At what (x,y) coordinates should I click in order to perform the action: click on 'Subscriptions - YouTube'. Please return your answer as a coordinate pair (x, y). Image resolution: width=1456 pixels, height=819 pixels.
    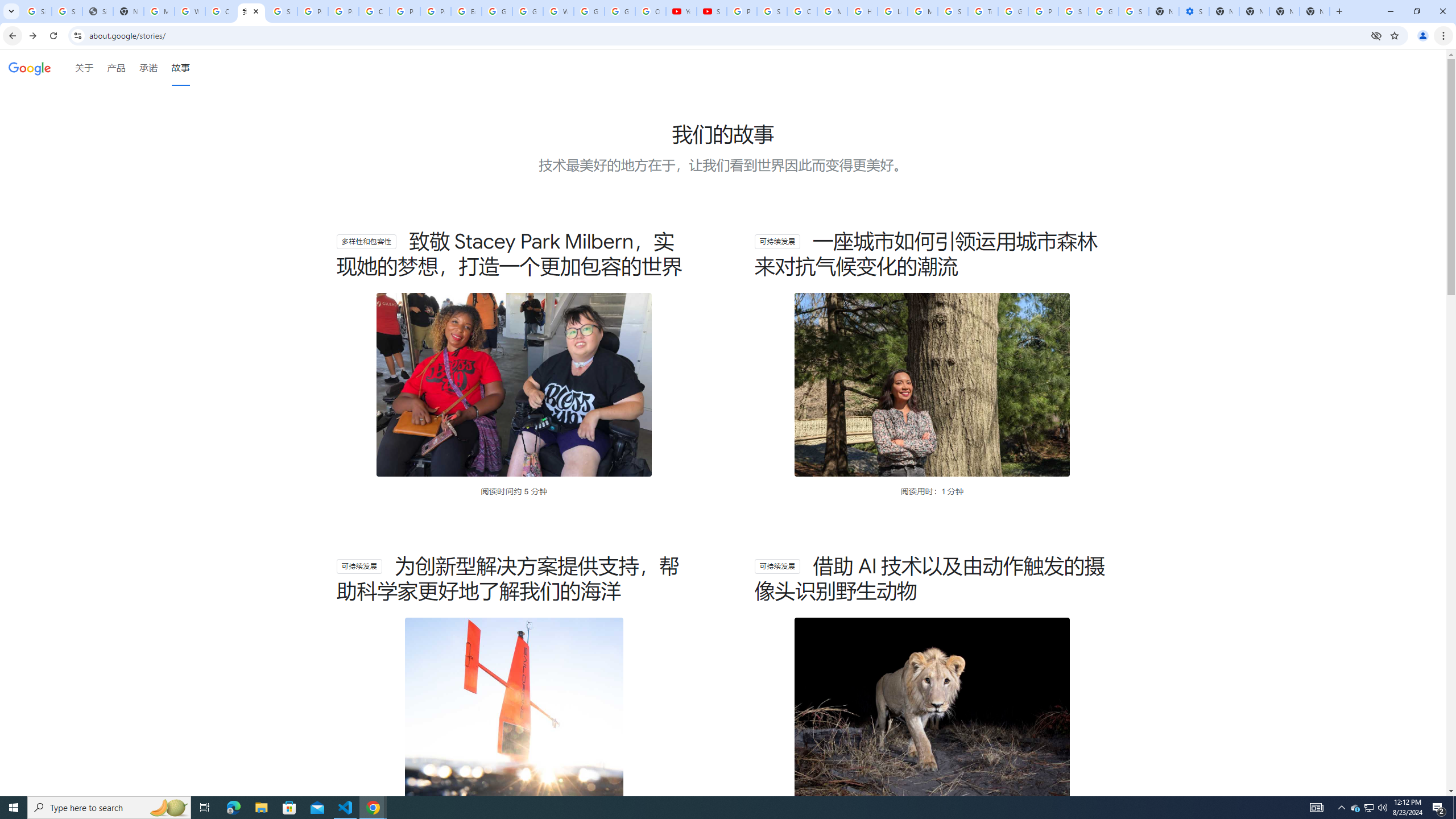
    Looking at the image, I should click on (712, 11).